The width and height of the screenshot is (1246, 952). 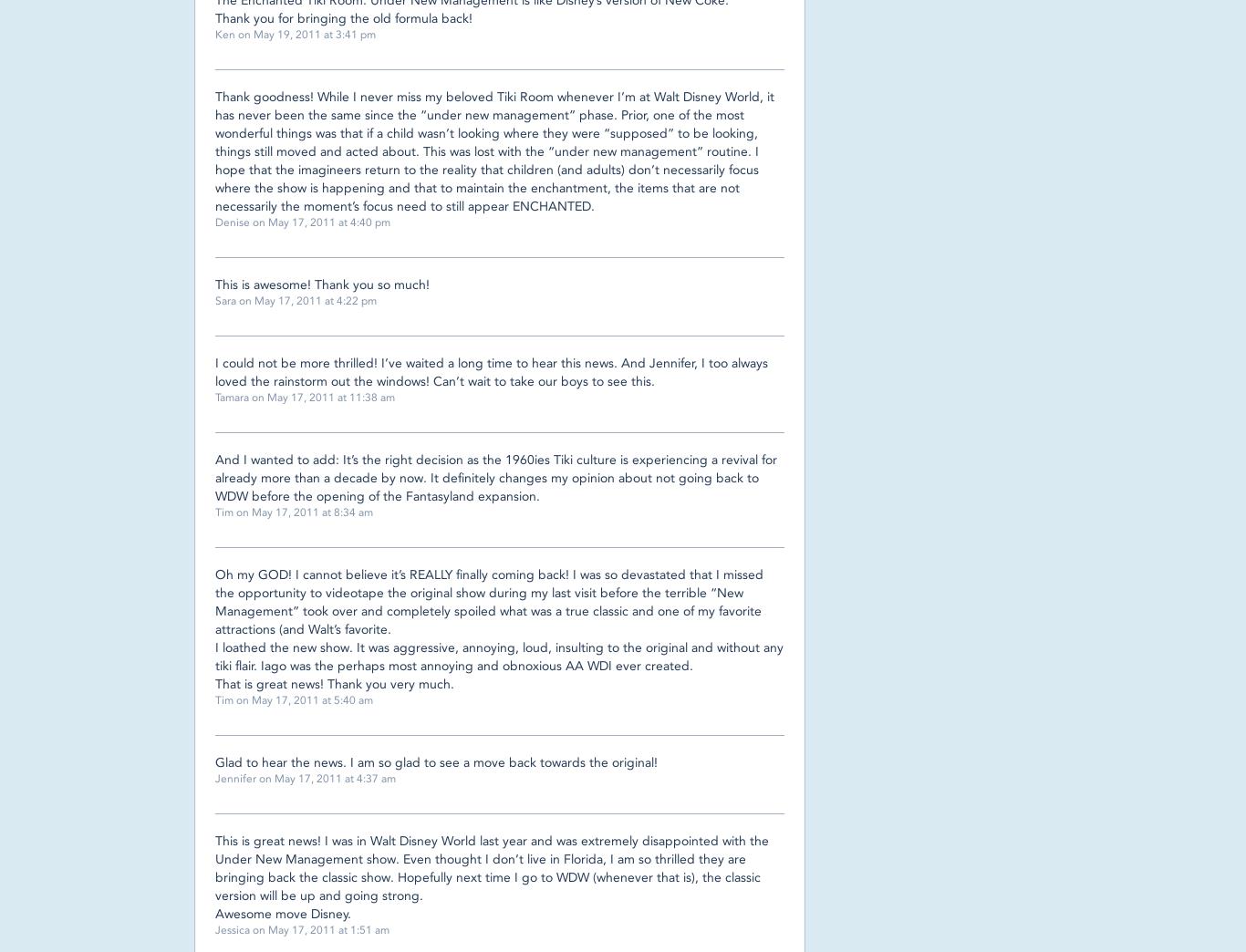 I want to click on 'Jennifer', so click(x=215, y=778).